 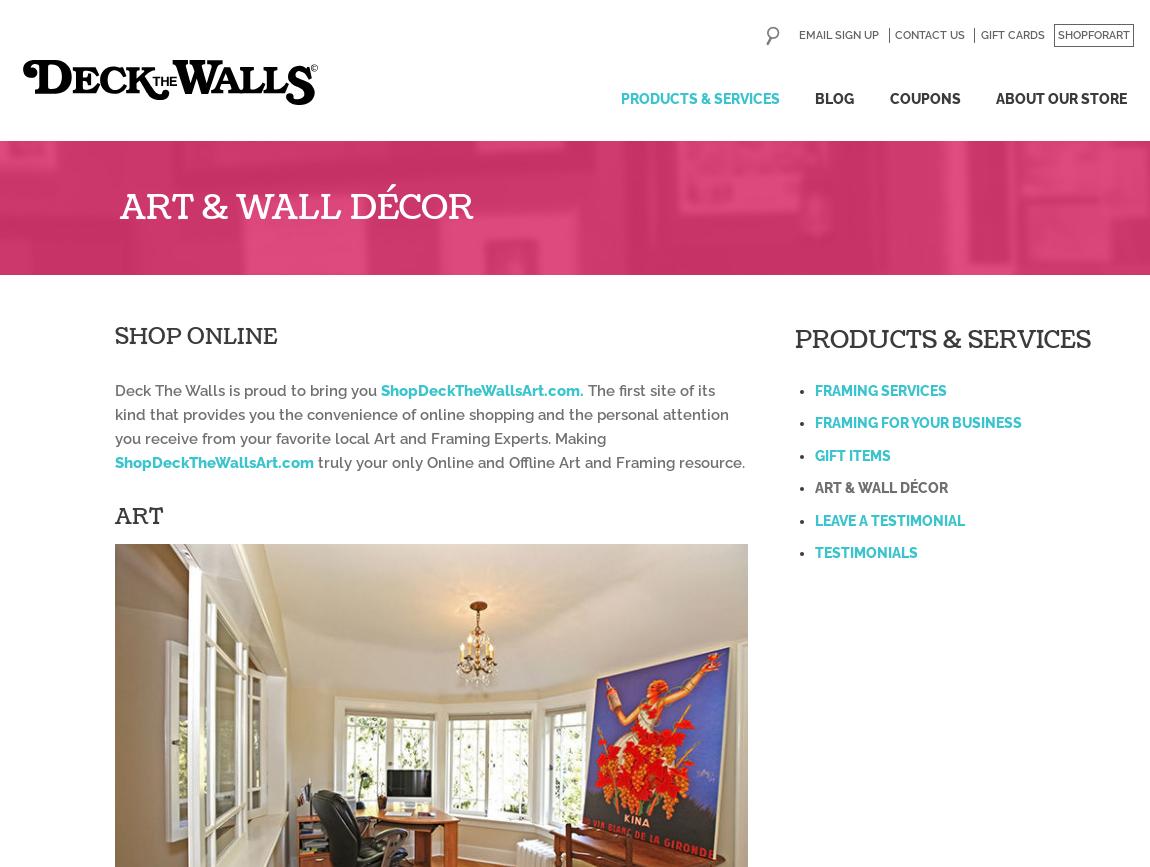 I want to click on 'ShopDeckTheWallsArt.com', so click(x=114, y=461).